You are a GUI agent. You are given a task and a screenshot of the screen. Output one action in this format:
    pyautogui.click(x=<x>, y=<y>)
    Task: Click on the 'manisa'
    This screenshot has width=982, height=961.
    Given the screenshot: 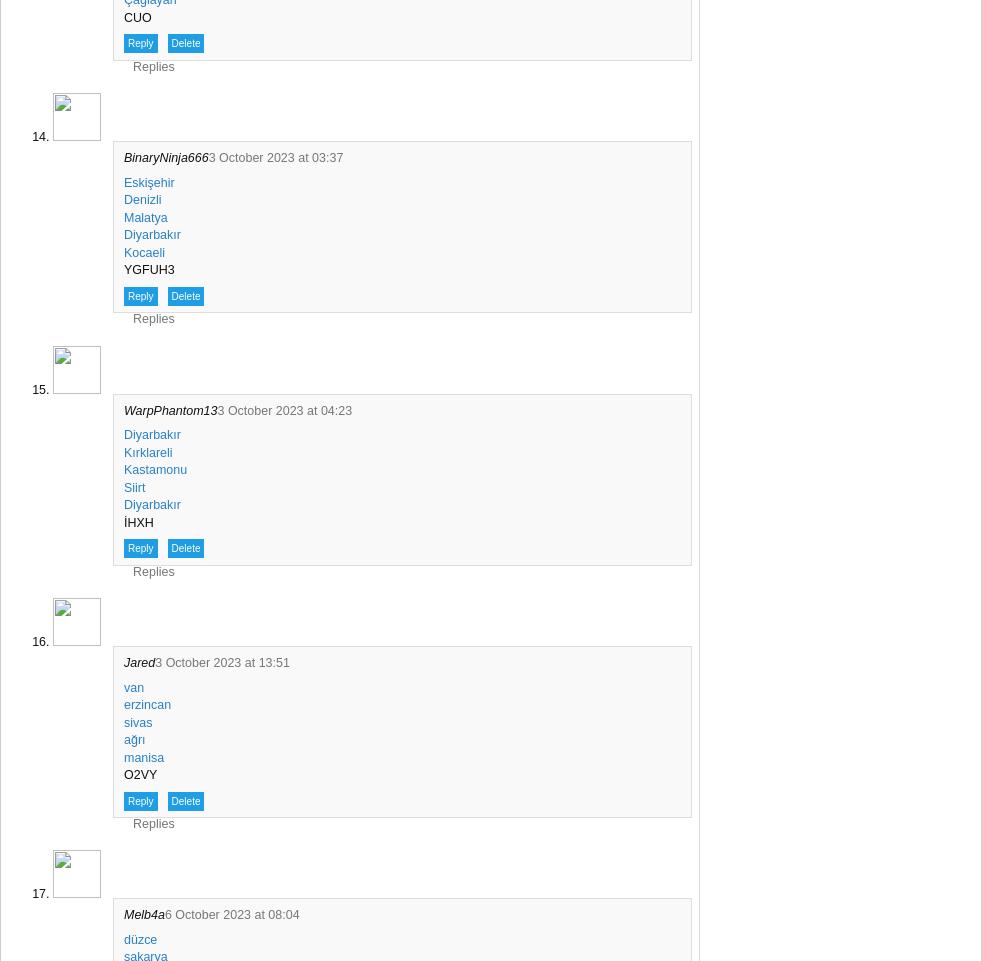 What is the action you would take?
    pyautogui.click(x=142, y=755)
    